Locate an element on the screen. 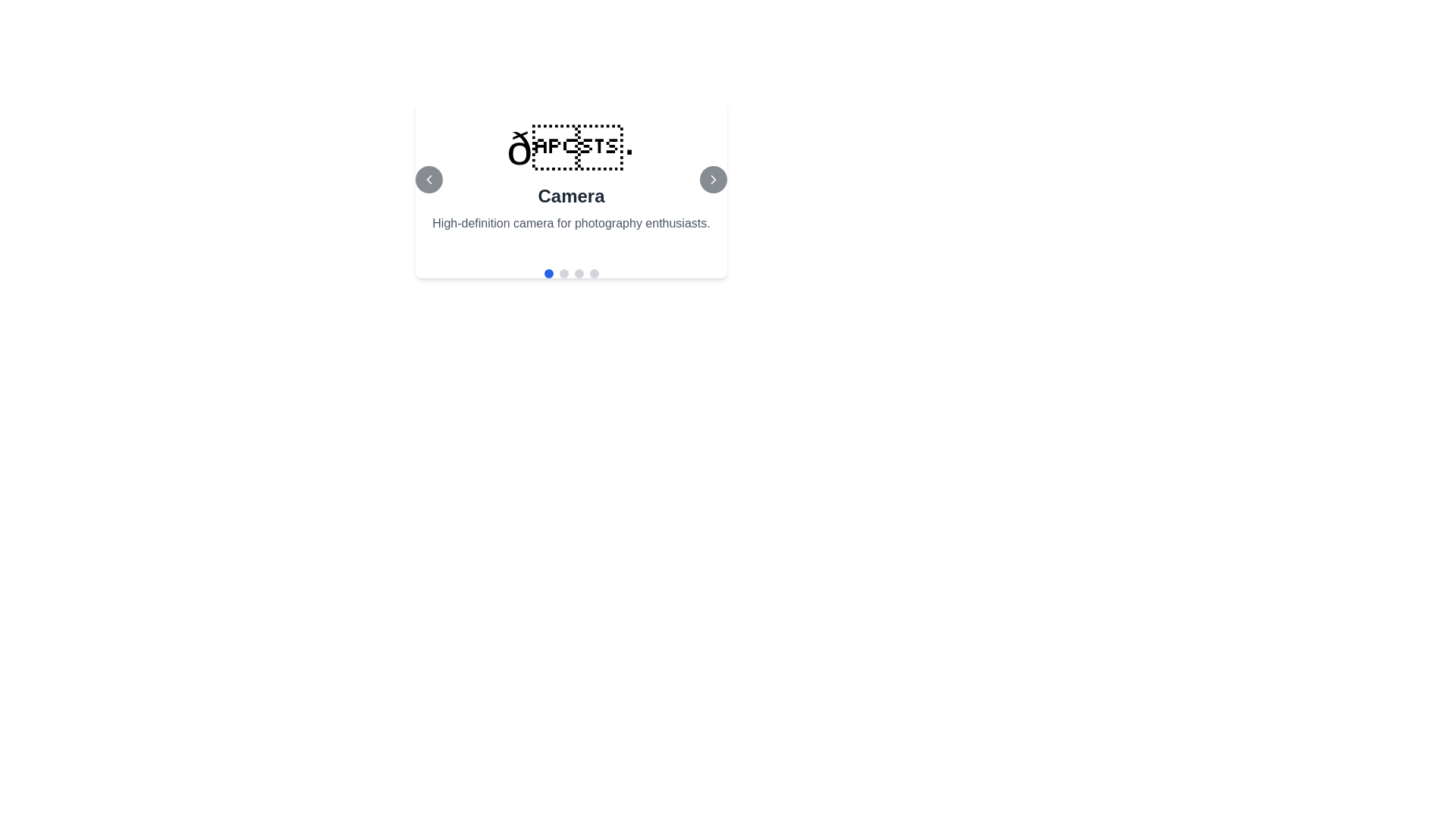 The image size is (1456, 819). the text label displaying 'Camera' in bold, large dark gray font, located within a card section, below an emoji icon and above a description text is located at coordinates (570, 195).